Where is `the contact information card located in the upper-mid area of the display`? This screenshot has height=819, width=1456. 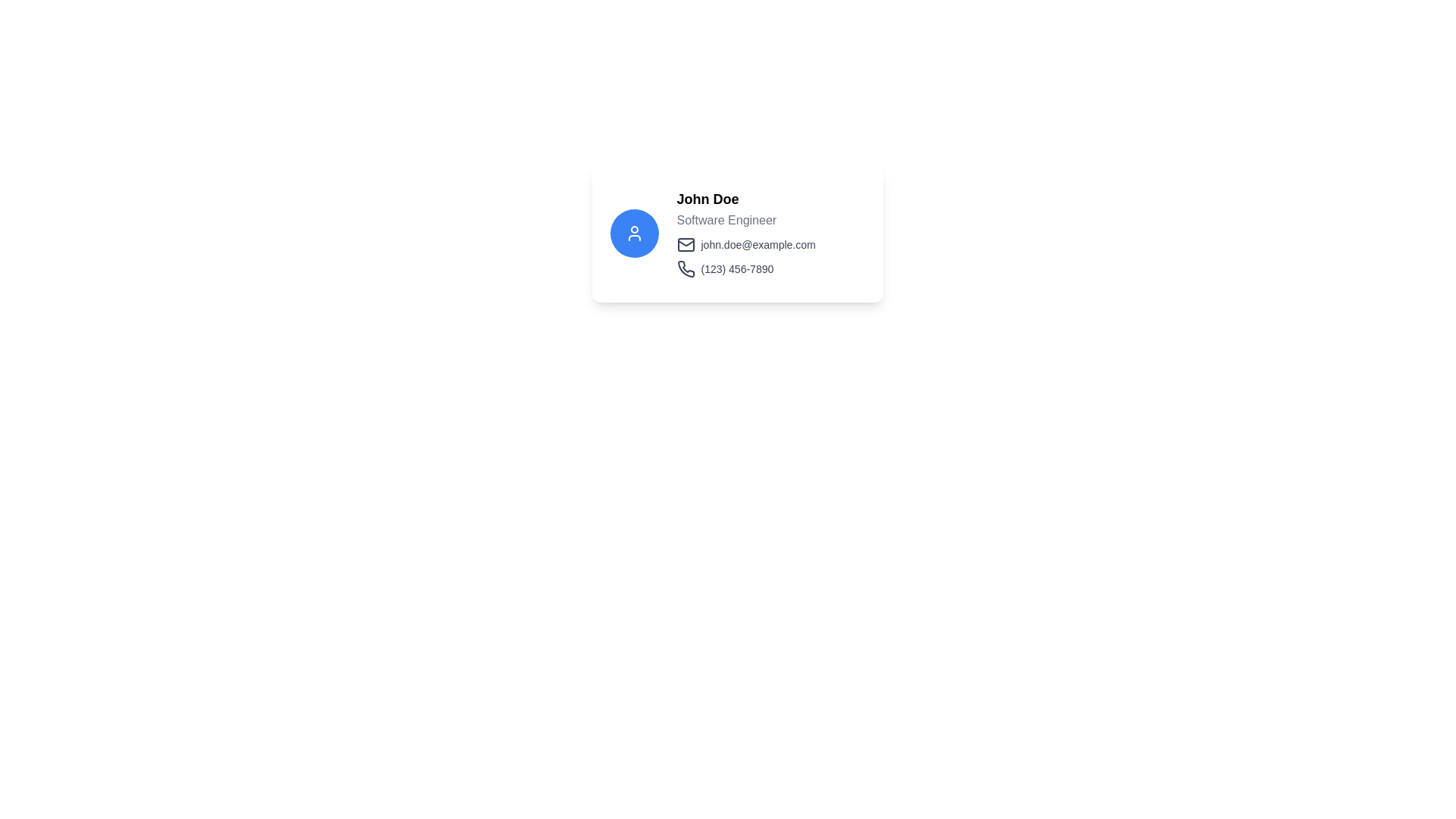
the contact information card located in the upper-mid area of the display is located at coordinates (737, 234).